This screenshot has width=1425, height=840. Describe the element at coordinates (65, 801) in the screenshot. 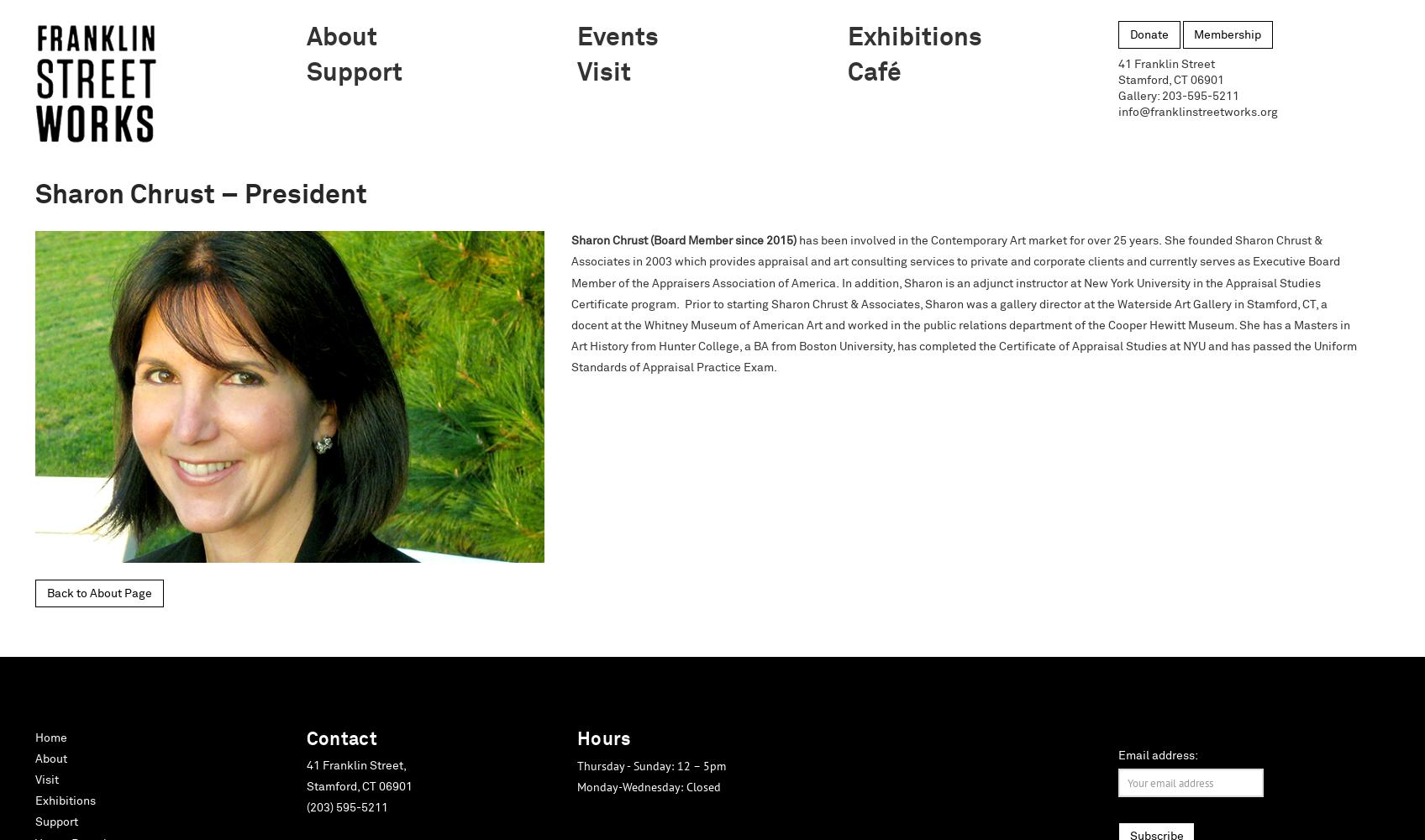

I see `'Exhibitions'` at that location.